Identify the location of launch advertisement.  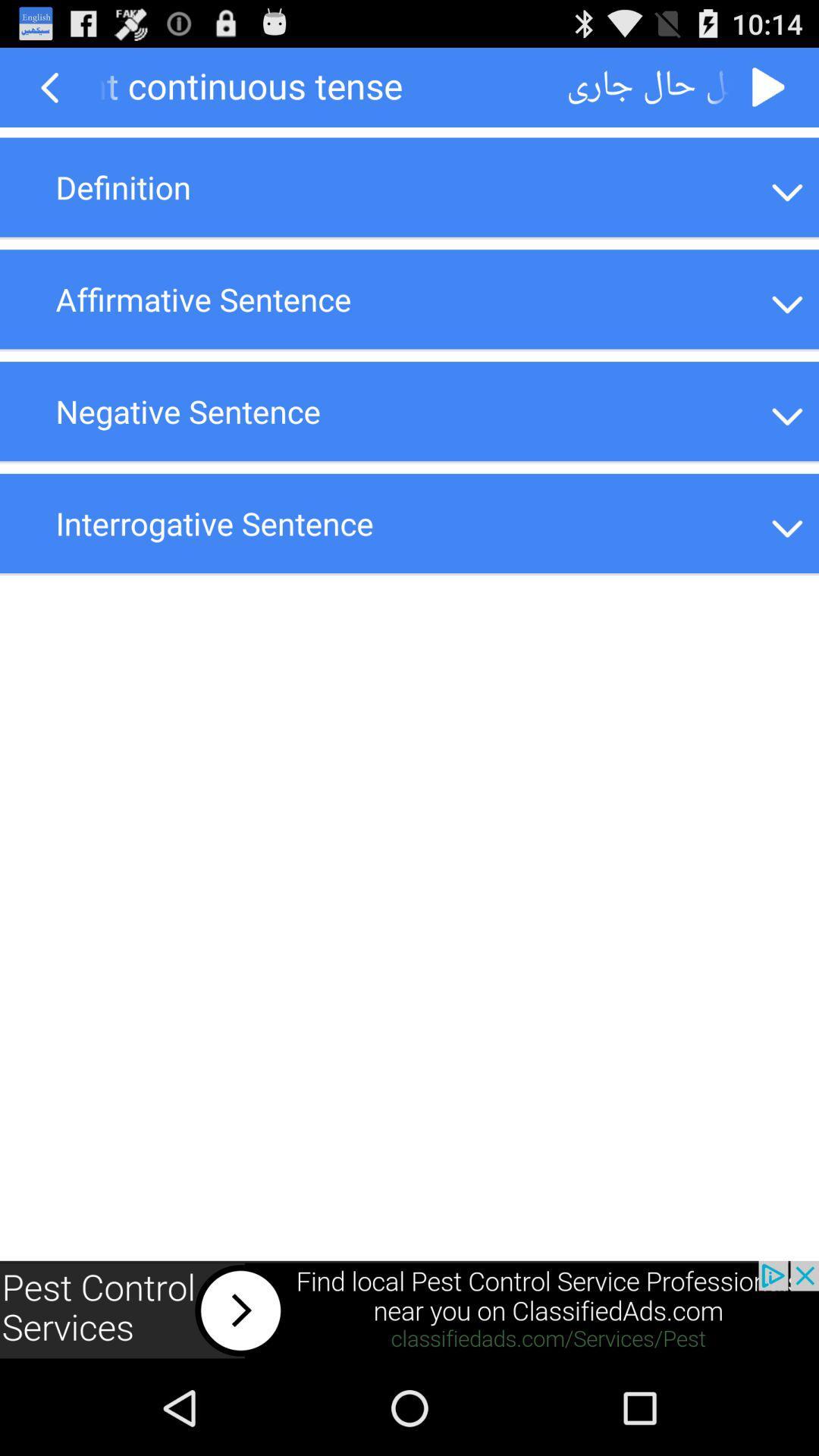
(409, 1310).